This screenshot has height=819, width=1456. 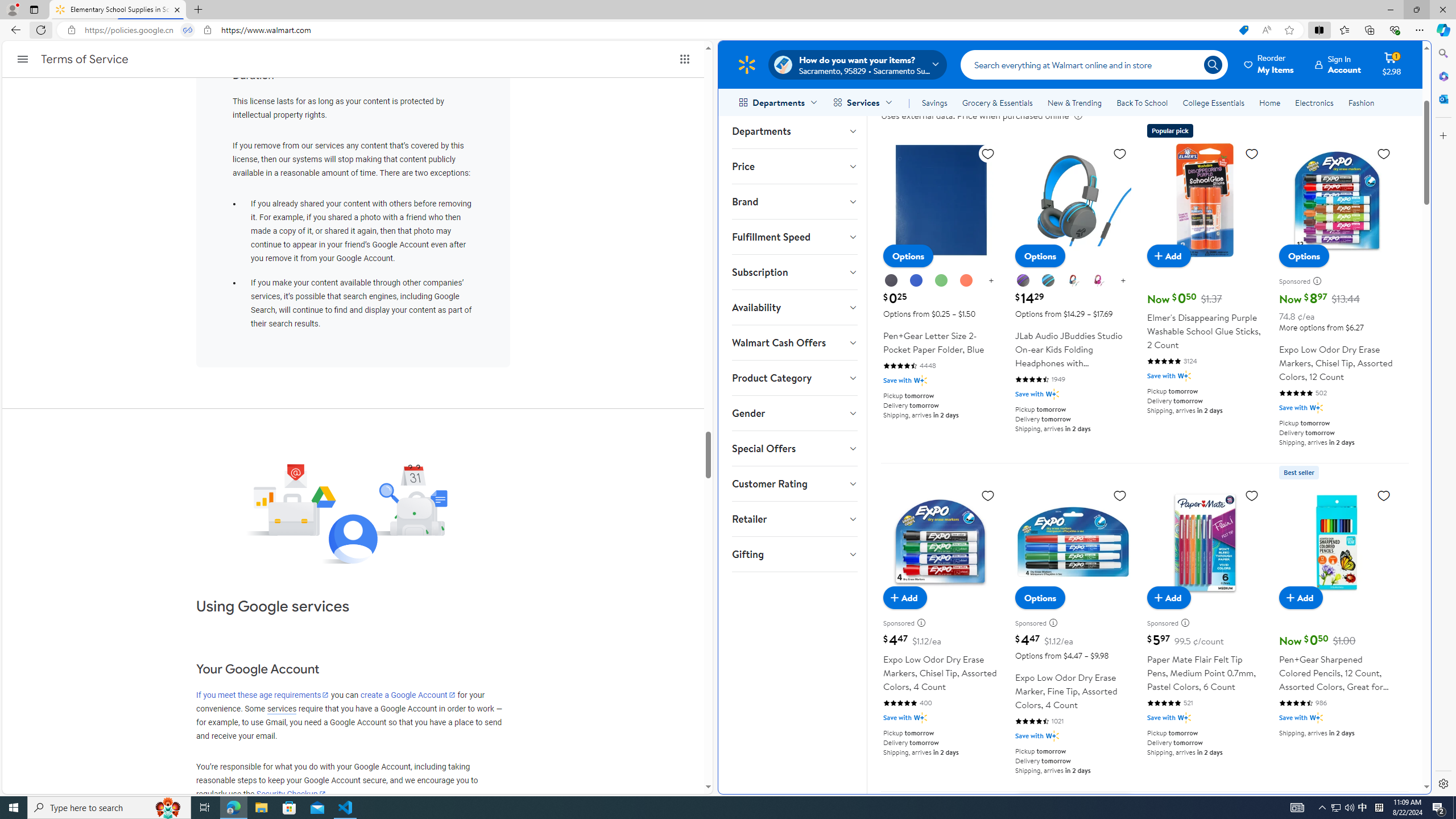 I want to click on 'Green', so click(x=941, y=280).